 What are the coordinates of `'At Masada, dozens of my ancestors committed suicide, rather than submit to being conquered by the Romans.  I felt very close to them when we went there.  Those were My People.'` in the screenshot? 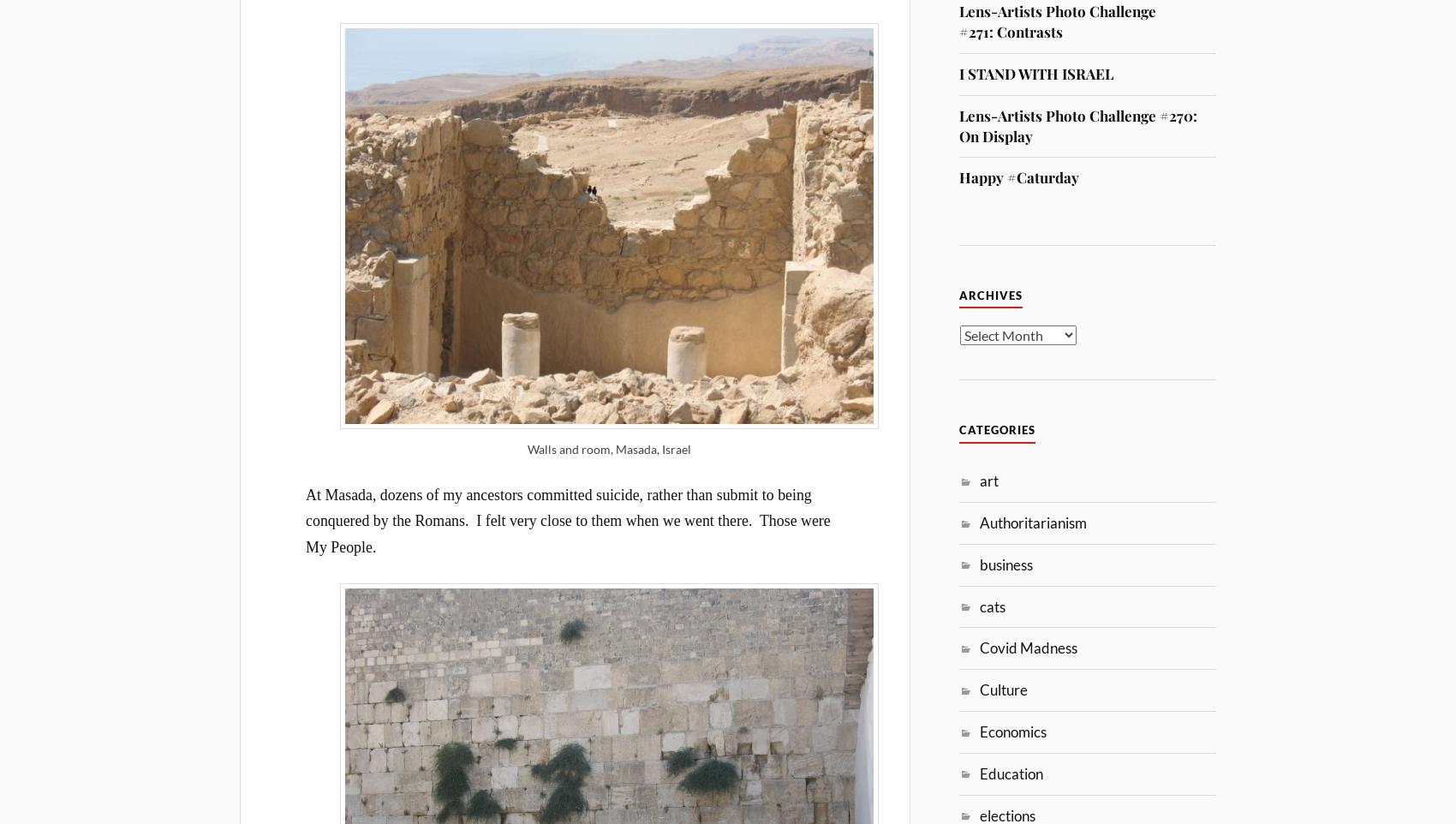 It's located at (305, 519).